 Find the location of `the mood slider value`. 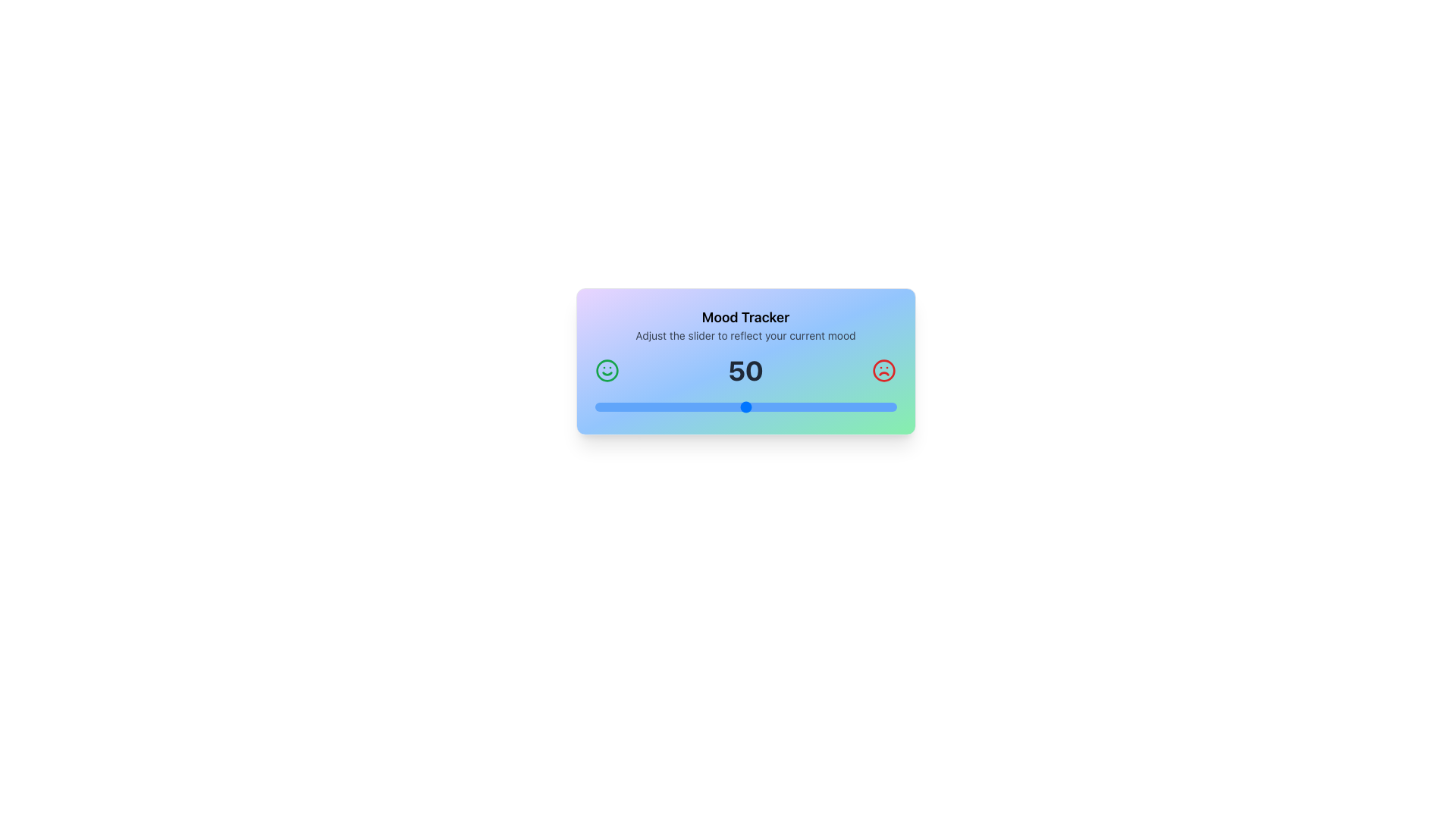

the mood slider value is located at coordinates (814, 406).